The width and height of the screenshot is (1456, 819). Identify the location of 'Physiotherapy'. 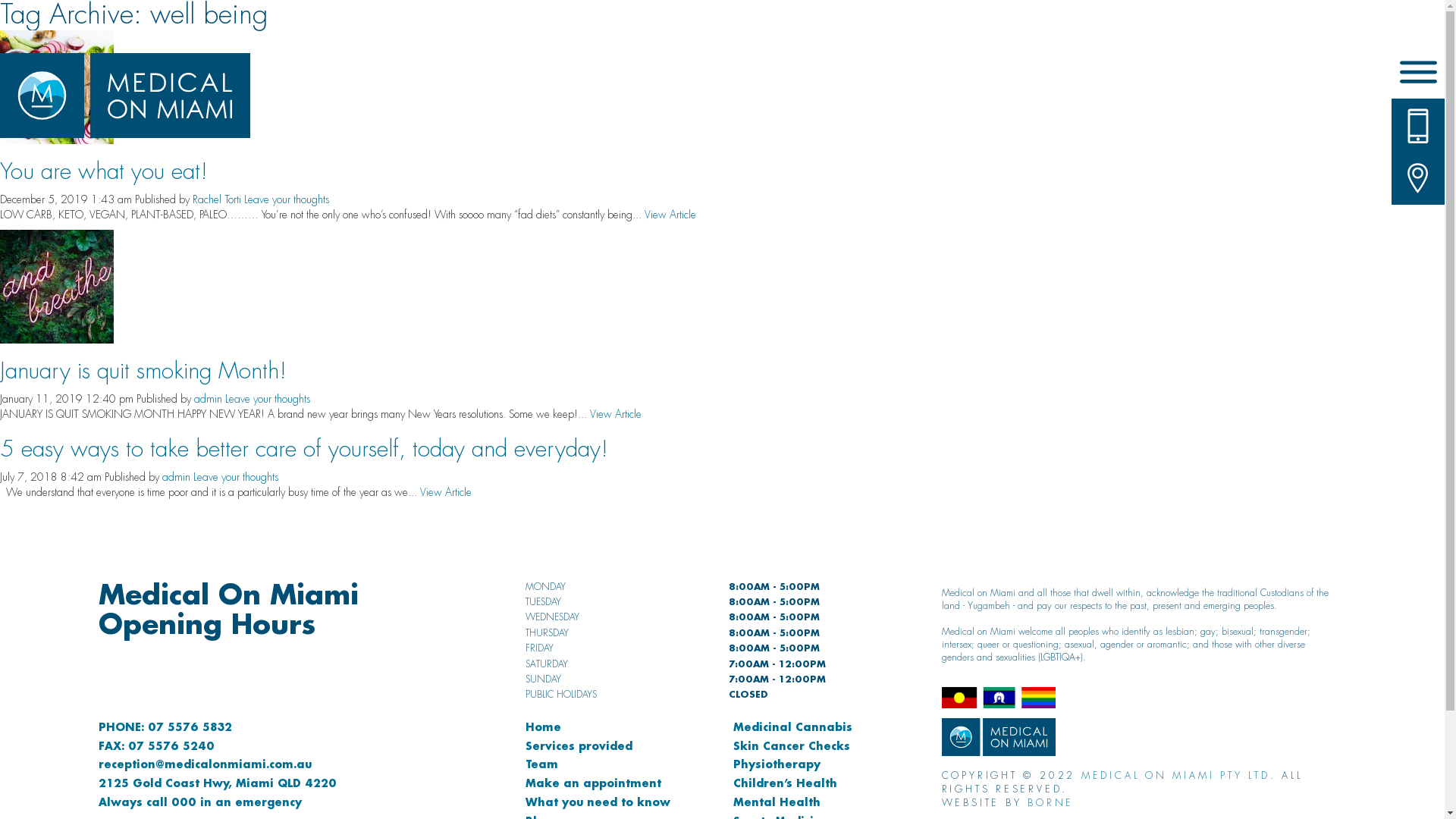
(777, 764).